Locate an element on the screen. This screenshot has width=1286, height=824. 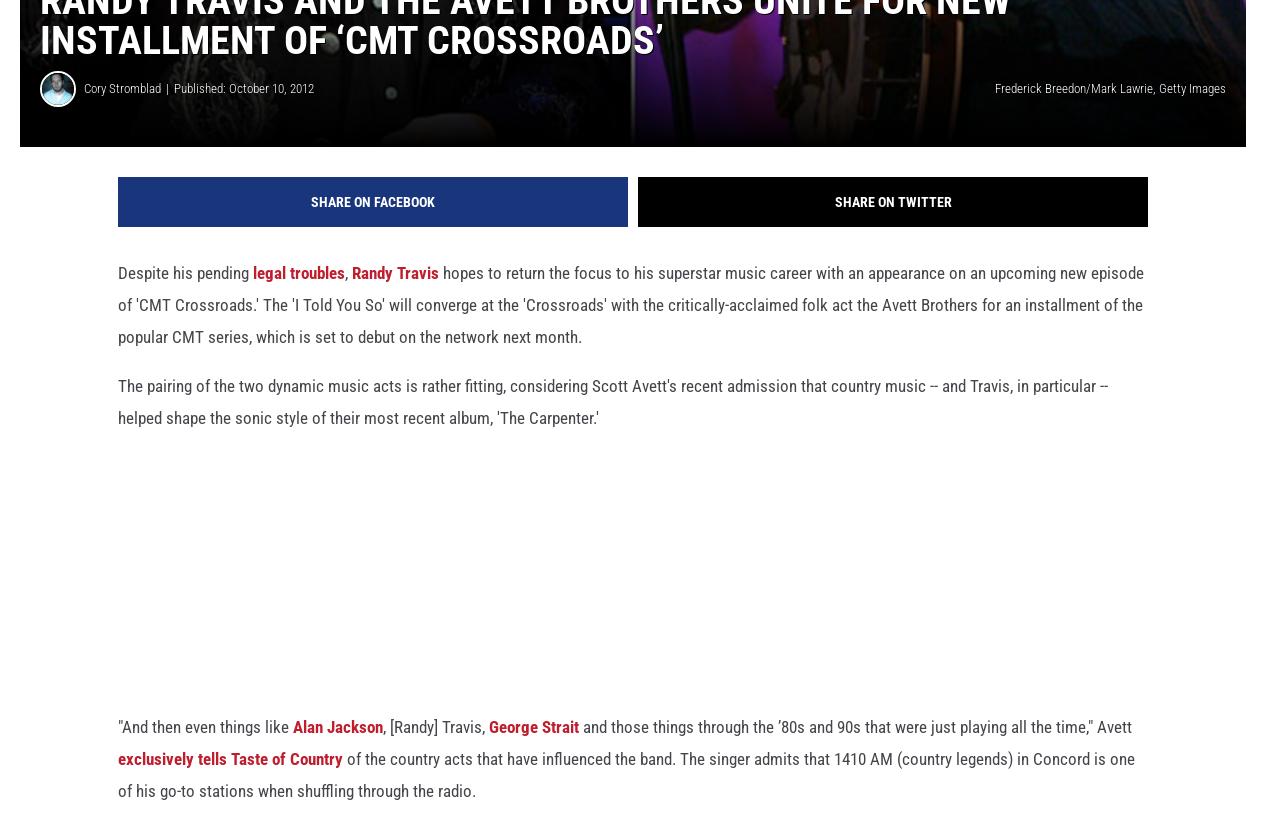
',' is located at coordinates (344, 290).